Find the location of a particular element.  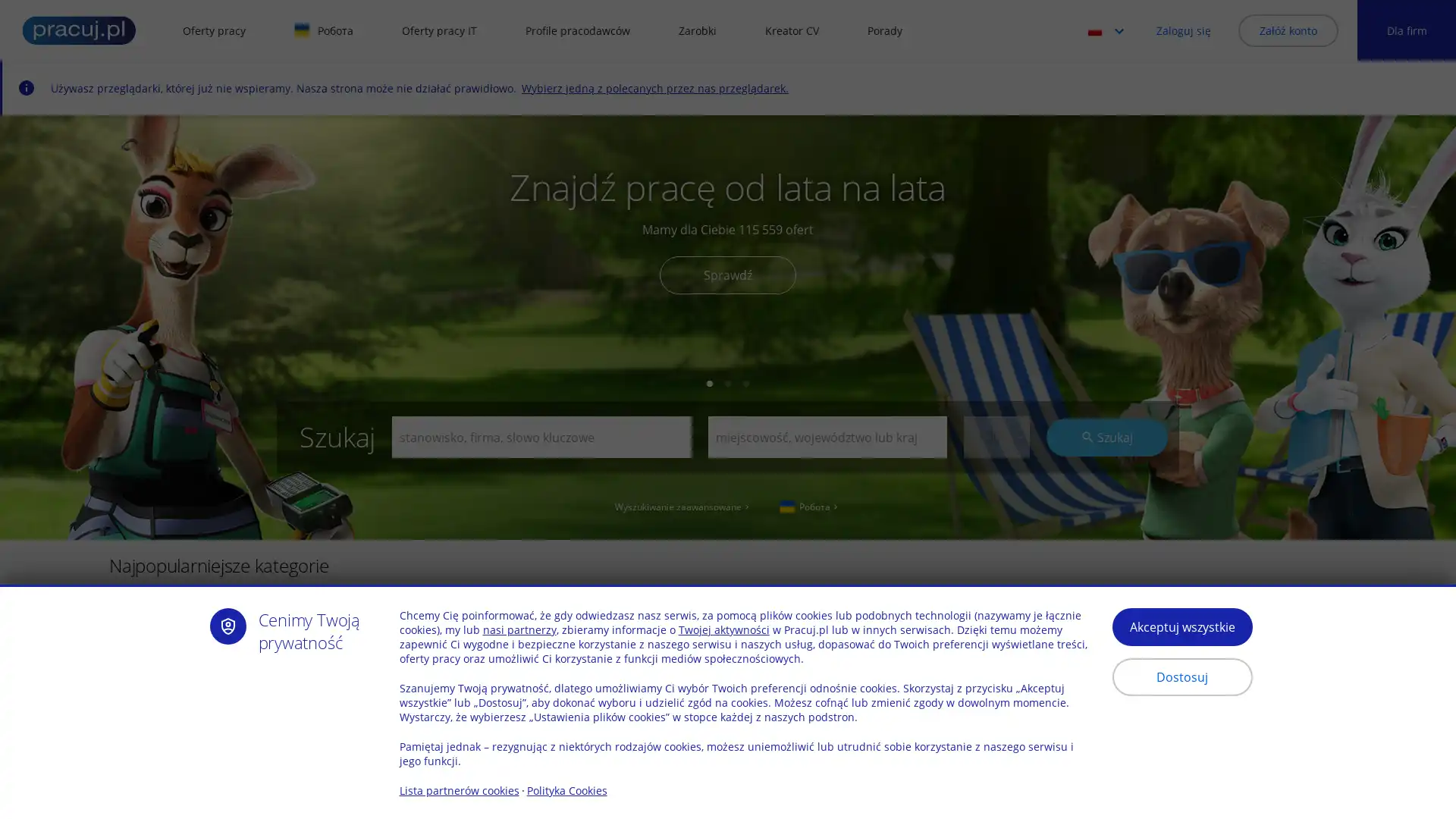

+ 75 km is located at coordinates (996, 718).